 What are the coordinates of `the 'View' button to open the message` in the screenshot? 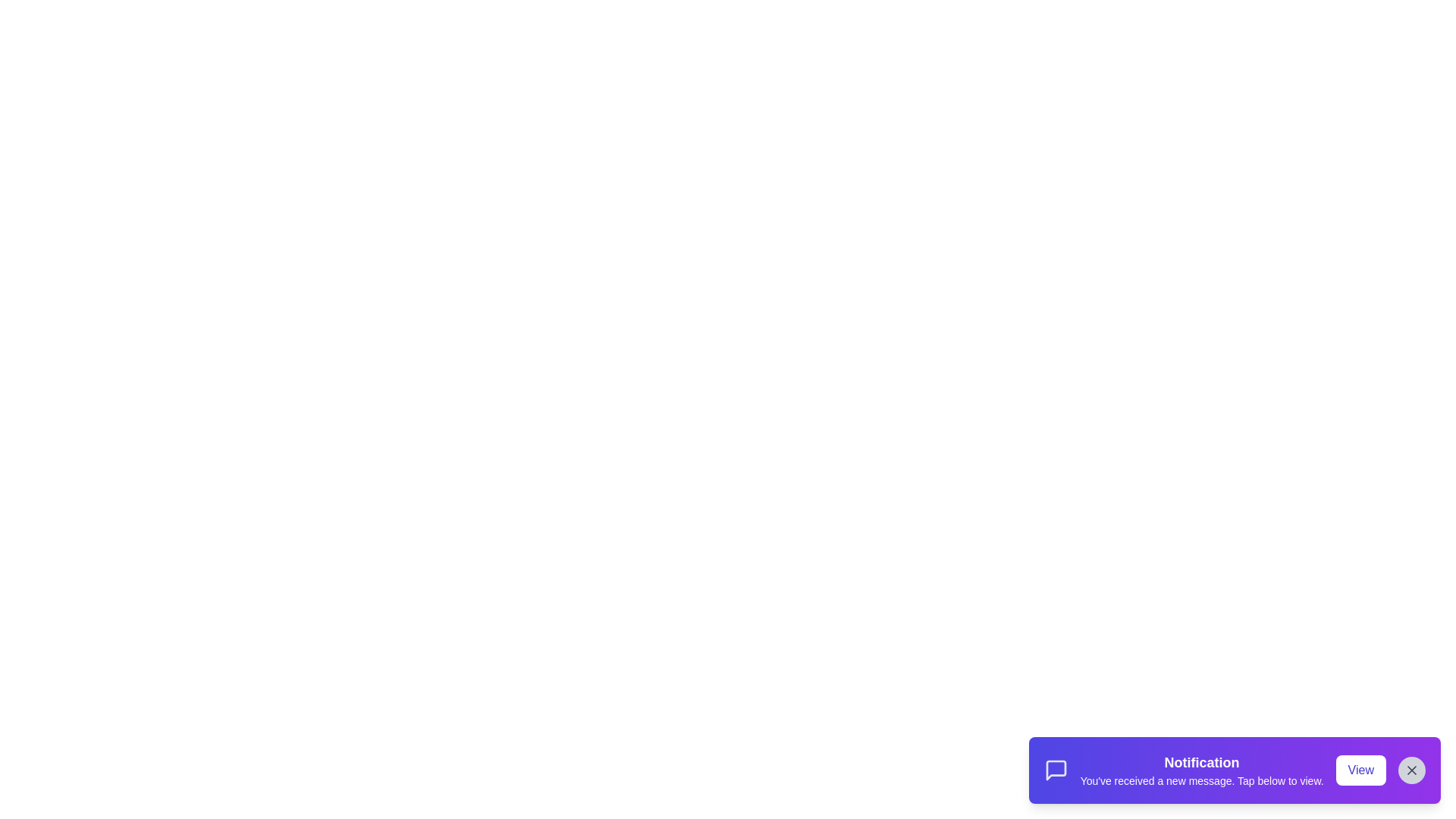 It's located at (1360, 770).